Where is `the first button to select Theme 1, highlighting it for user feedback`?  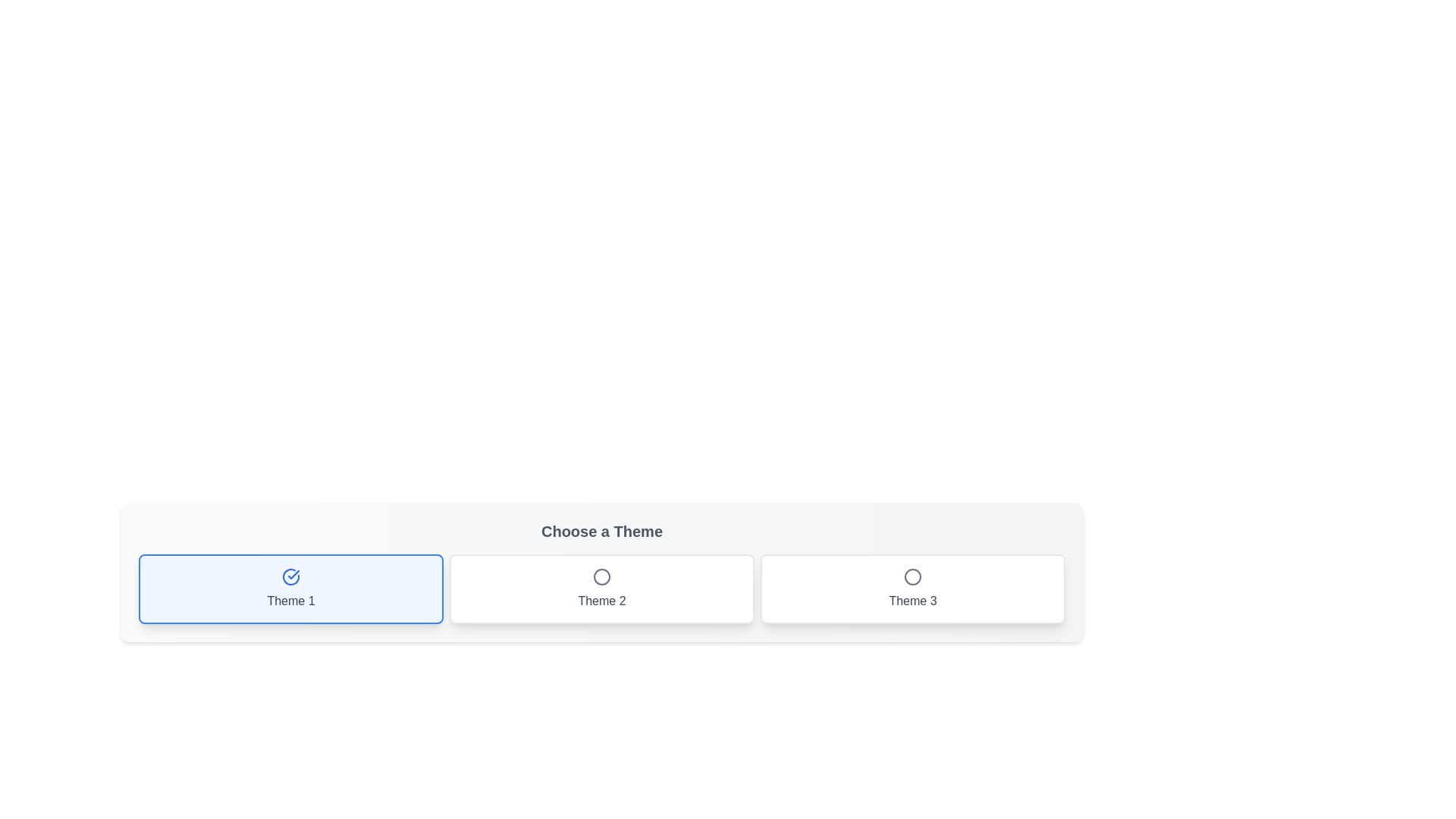 the first button to select Theme 1, highlighting it for user feedback is located at coordinates (291, 588).